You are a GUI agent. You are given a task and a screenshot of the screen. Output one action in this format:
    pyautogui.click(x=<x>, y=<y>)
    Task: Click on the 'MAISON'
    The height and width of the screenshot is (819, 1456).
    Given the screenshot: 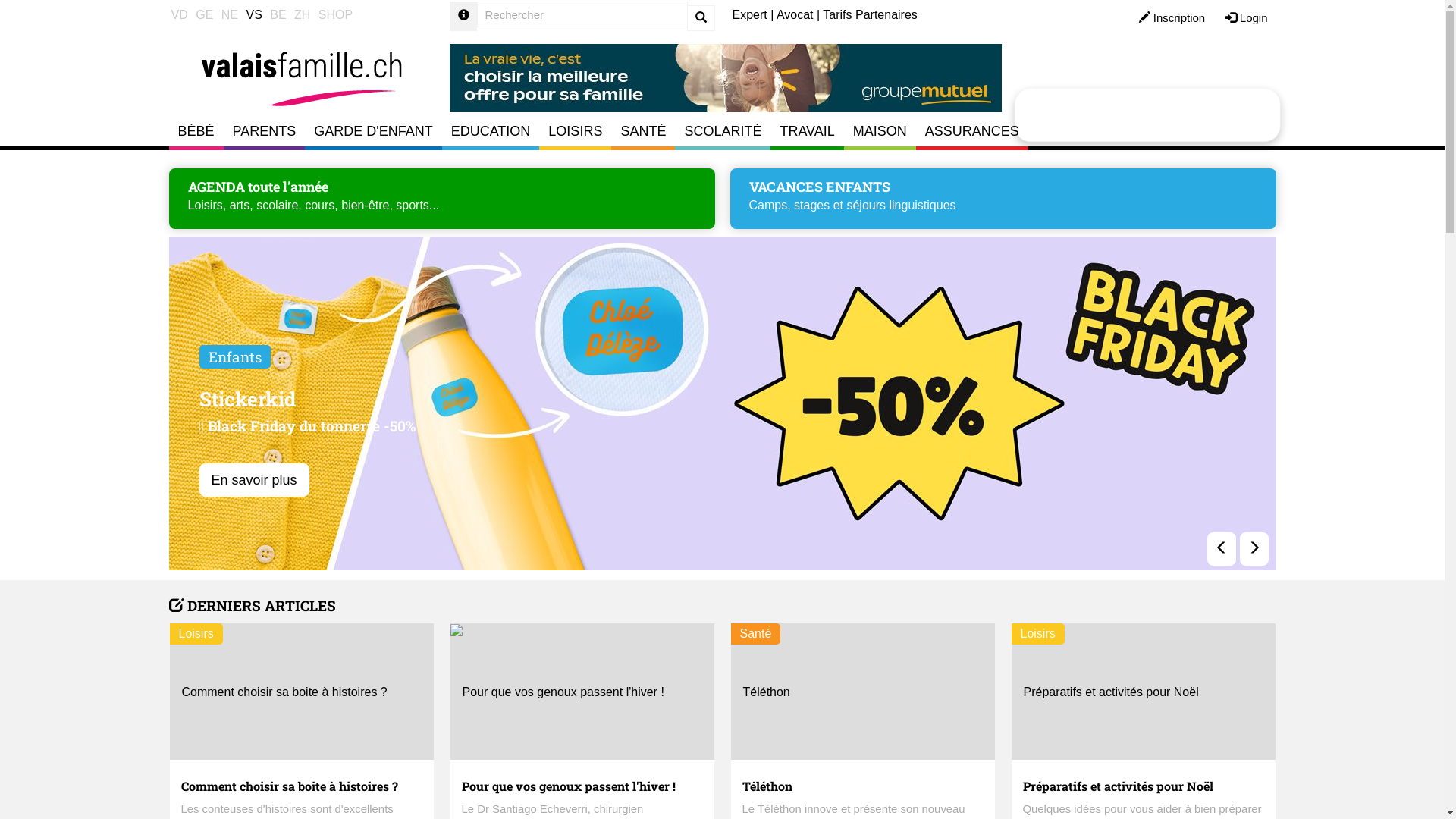 What is the action you would take?
    pyautogui.click(x=880, y=130)
    